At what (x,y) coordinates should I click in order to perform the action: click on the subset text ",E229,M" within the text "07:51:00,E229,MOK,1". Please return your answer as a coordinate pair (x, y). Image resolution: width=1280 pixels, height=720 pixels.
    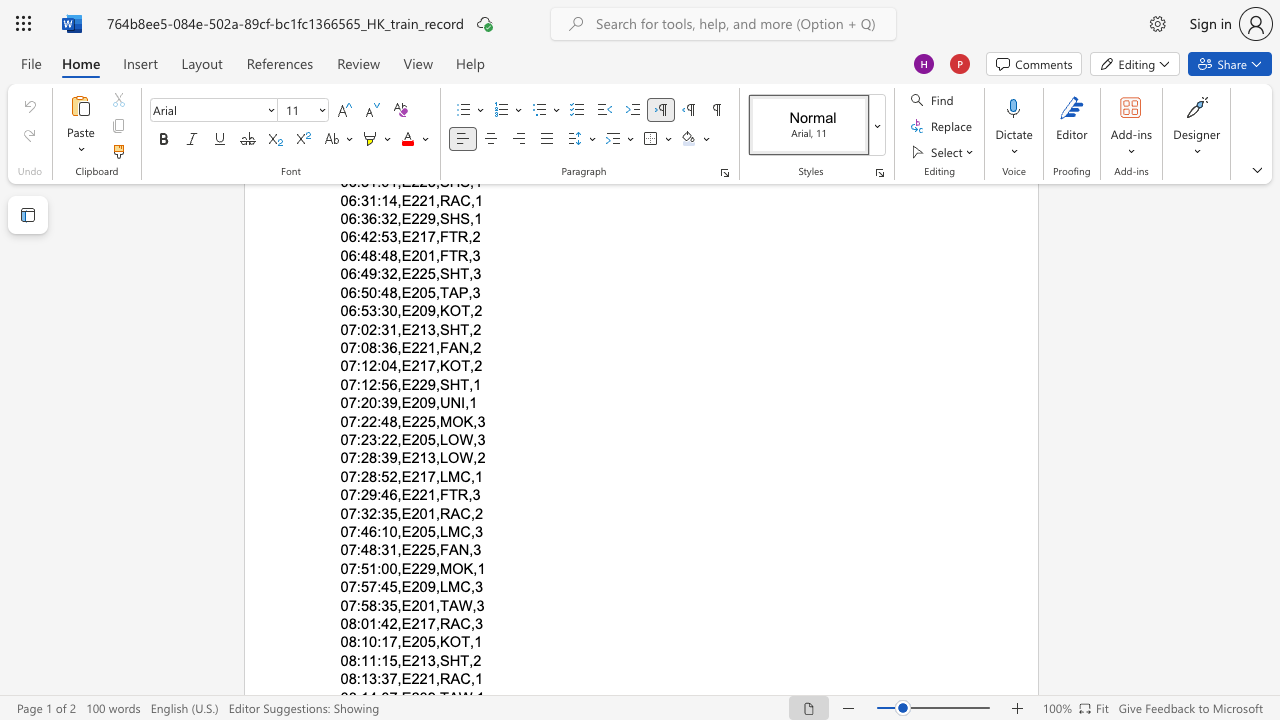
    Looking at the image, I should click on (397, 568).